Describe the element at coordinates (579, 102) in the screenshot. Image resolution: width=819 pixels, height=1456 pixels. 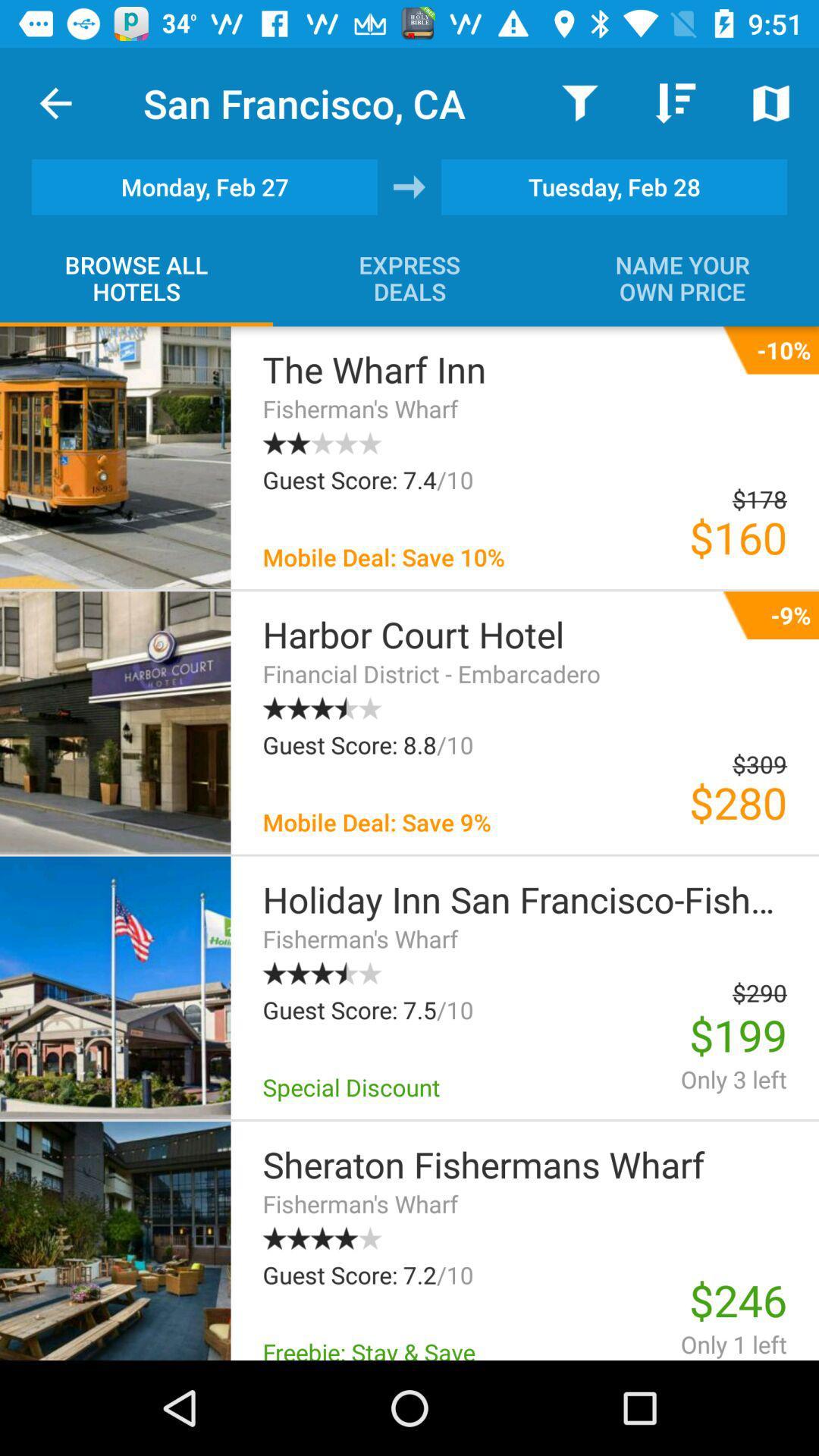
I see `the icon to the right of the san francisco, ca` at that location.